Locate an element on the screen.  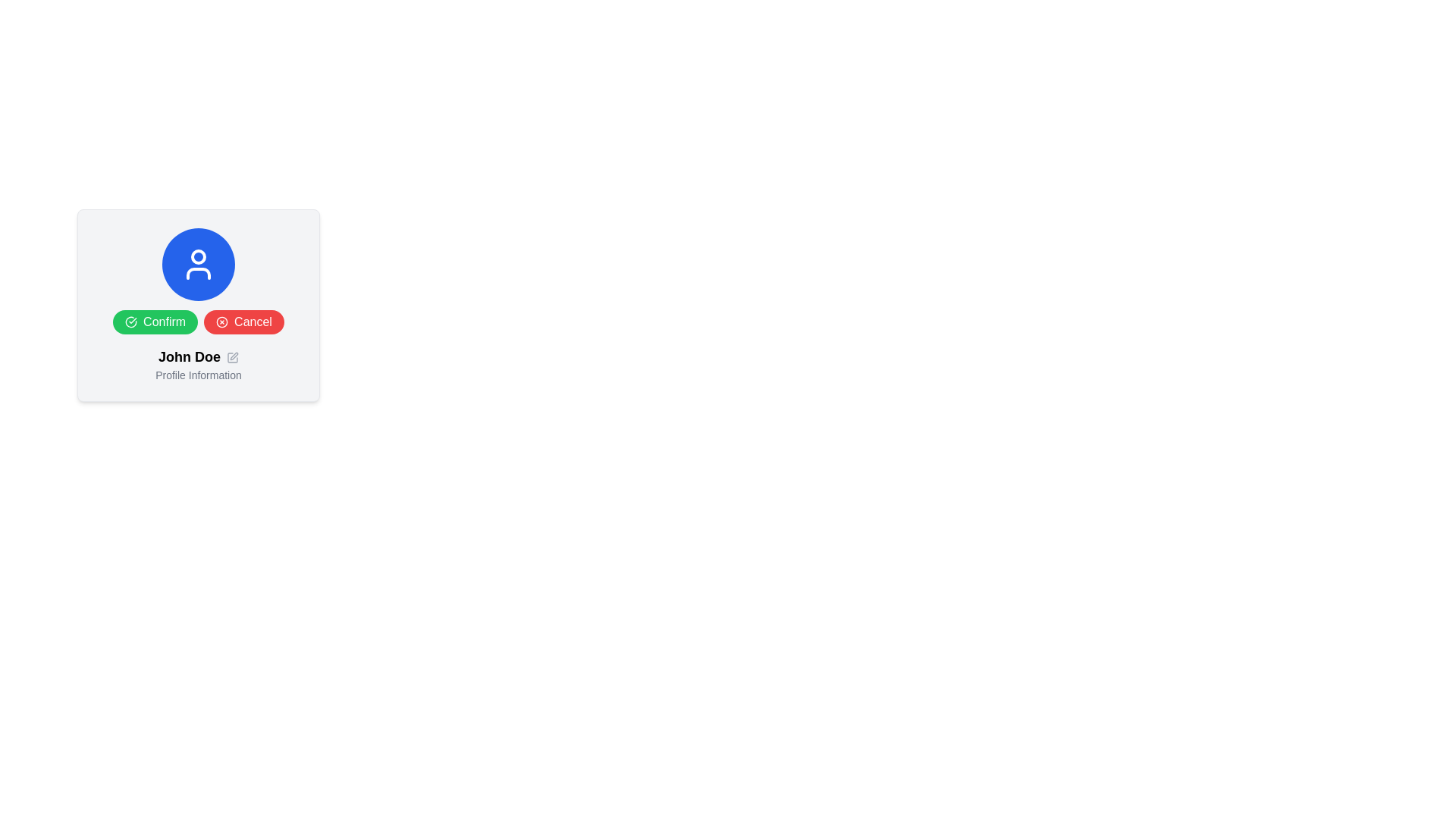
the user profile icon located at the top center of the UI panel, above the 'Confirm' and 'Cancel' buttons is located at coordinates (198, 263).